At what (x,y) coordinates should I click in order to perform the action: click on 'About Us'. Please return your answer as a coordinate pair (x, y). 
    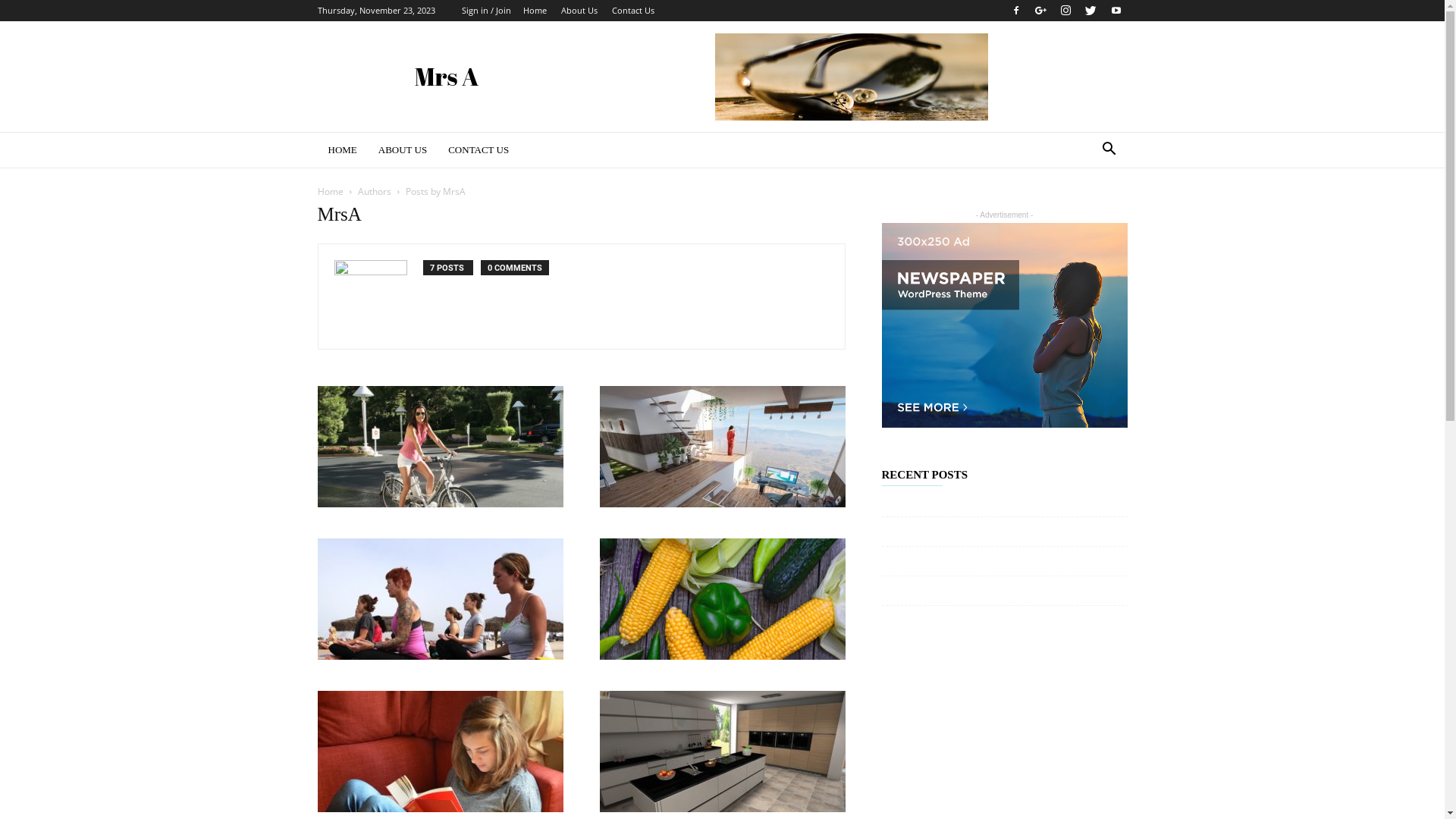
    Looking at the image, I should click on (560, 10).